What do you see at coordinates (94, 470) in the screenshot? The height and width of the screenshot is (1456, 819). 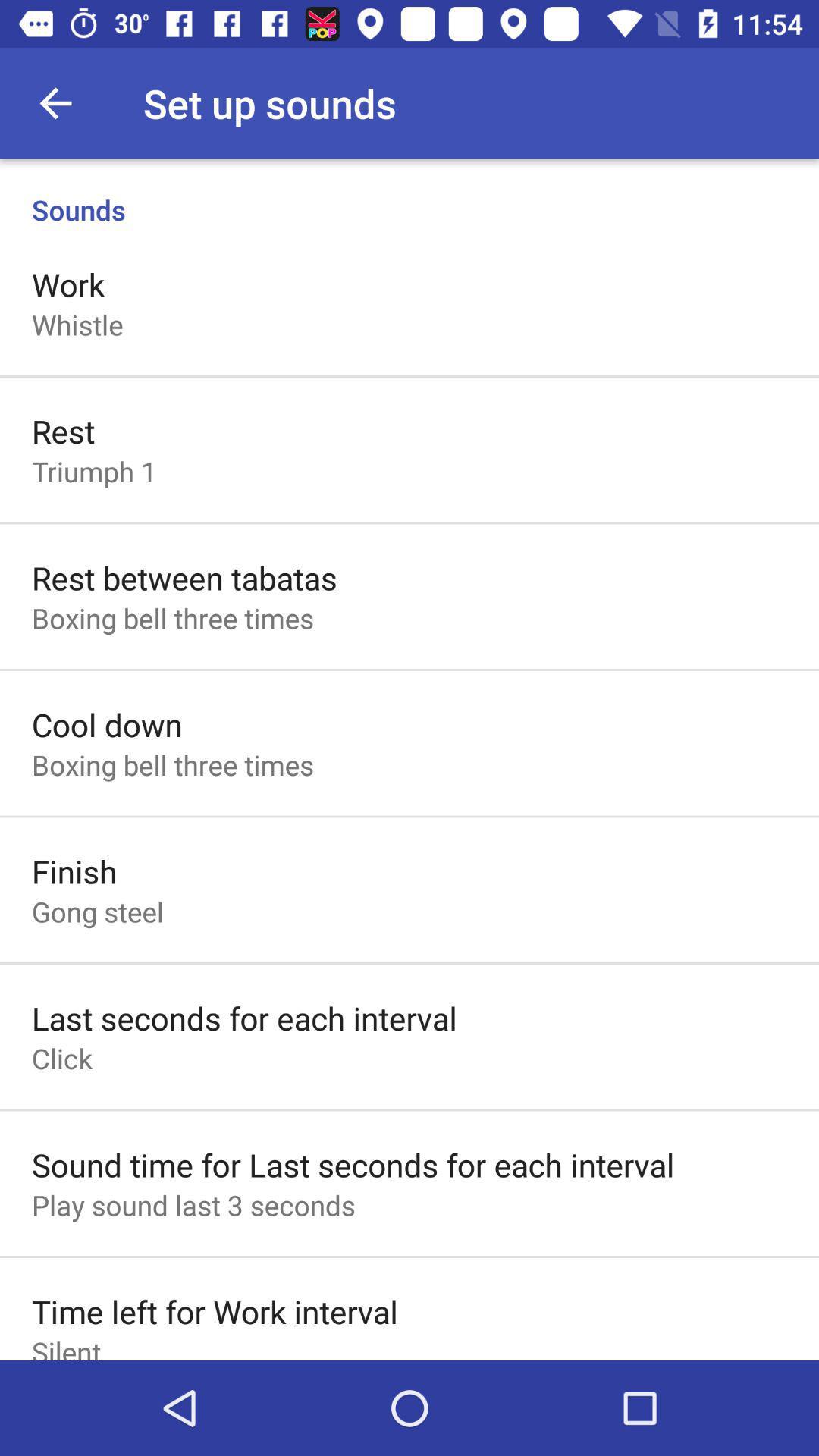 I see `triumph 1 item` at bounding box center [94, 470].